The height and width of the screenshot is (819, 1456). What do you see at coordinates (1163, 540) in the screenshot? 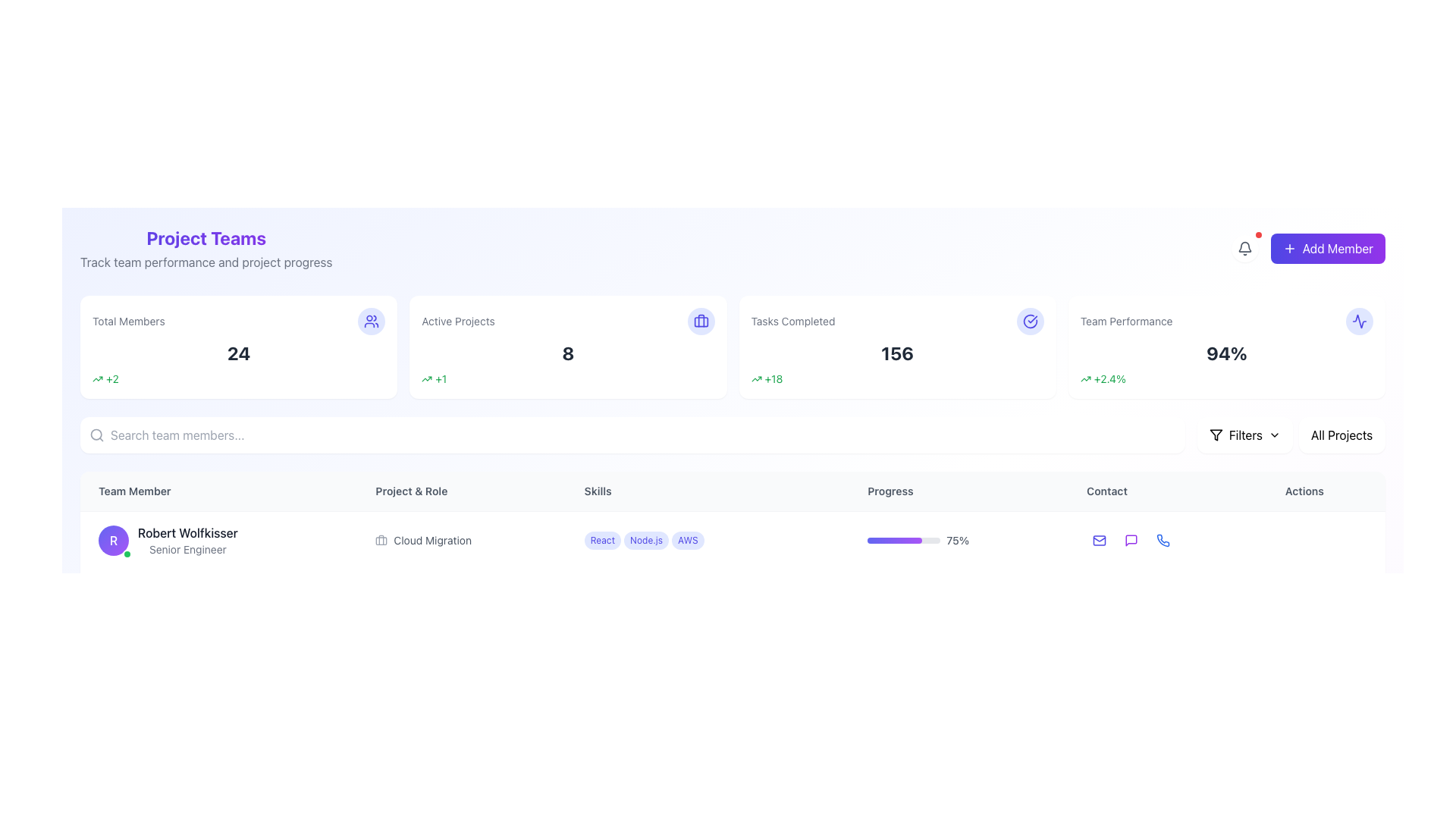
I see `the phone call icon located in the 'Contact' column` at bounding box center [1163, 540].